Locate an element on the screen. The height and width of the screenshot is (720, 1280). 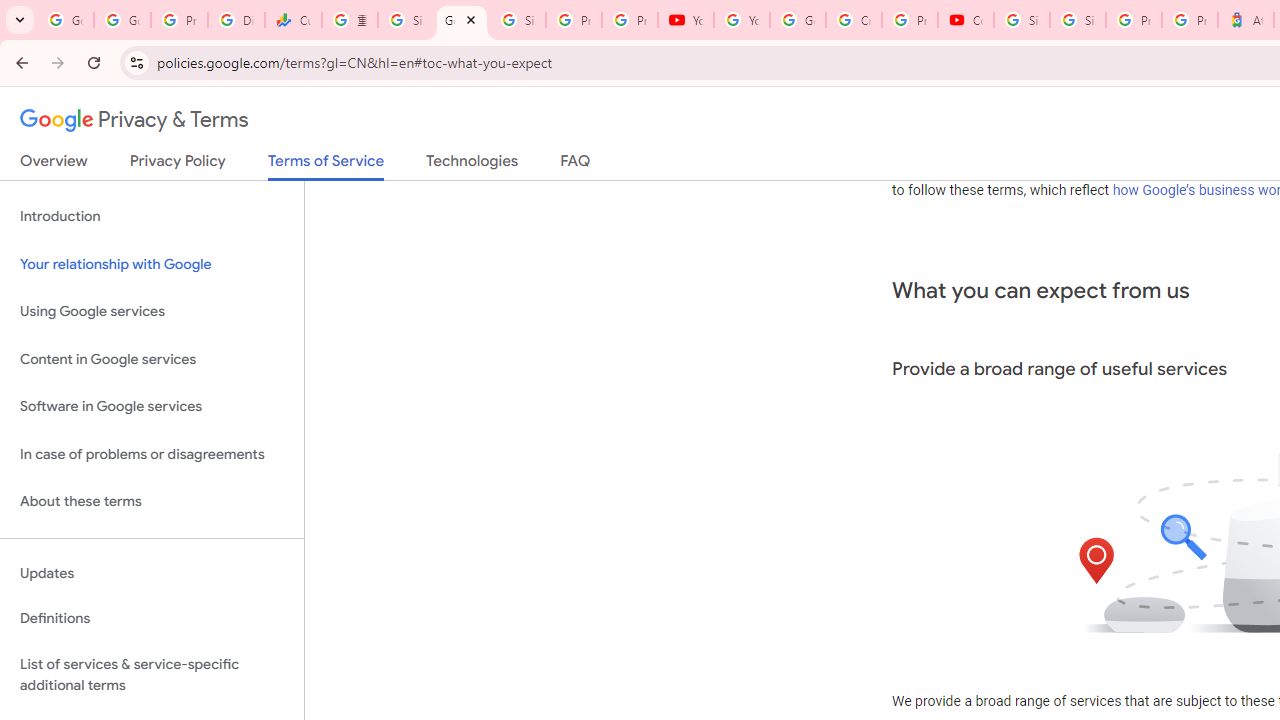
'YouTube' is located at coordinates (741, 20).